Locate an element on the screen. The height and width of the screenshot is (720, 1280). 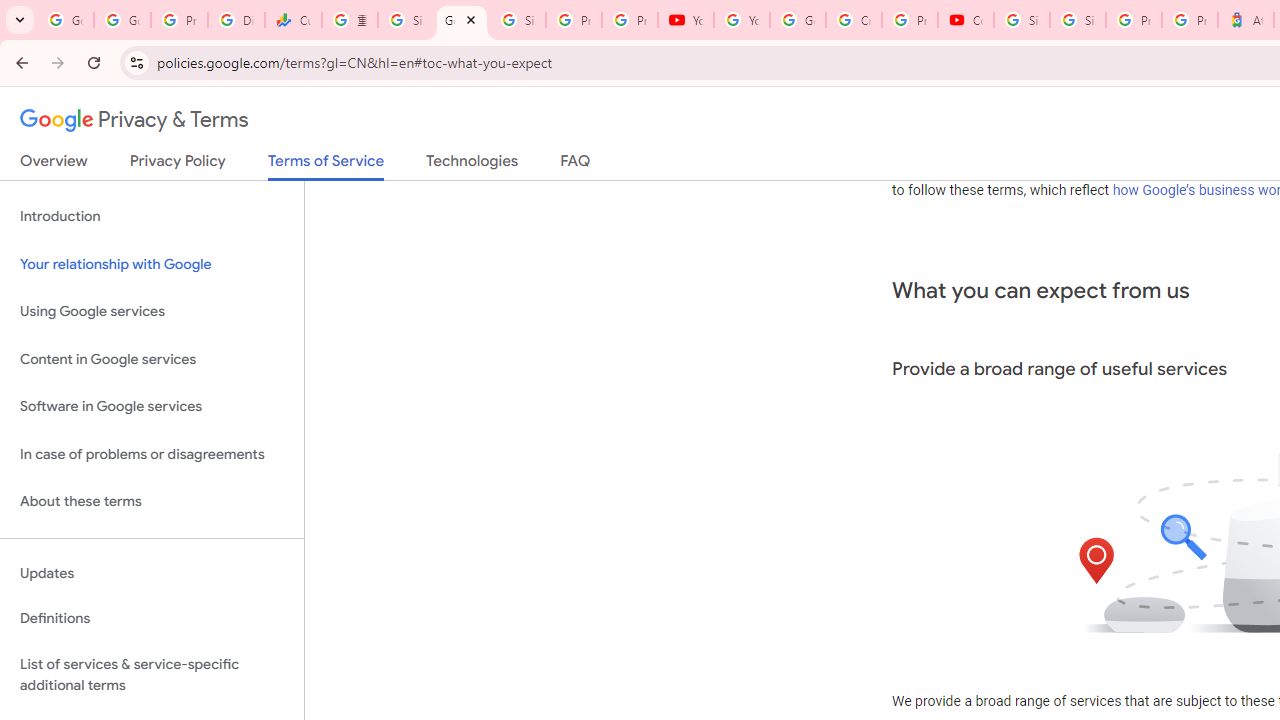
'YouTube' is located at coordinates (741, 20).